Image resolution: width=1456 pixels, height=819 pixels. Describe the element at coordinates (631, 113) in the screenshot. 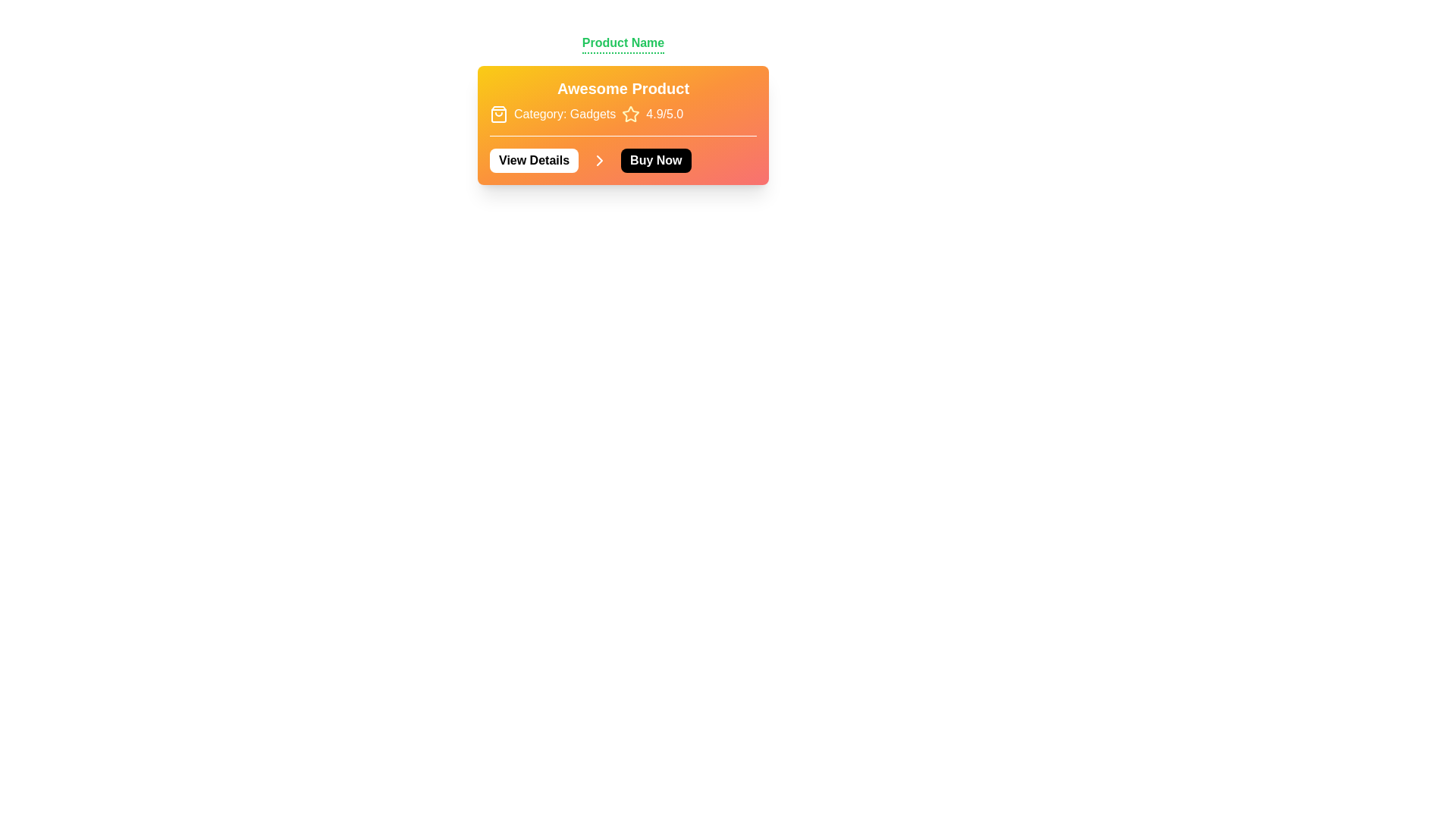

I see `the star-shaped icon filled with an orange gradient, which is located next to the rating text '4.9/5.0' in the product details card` at that location.